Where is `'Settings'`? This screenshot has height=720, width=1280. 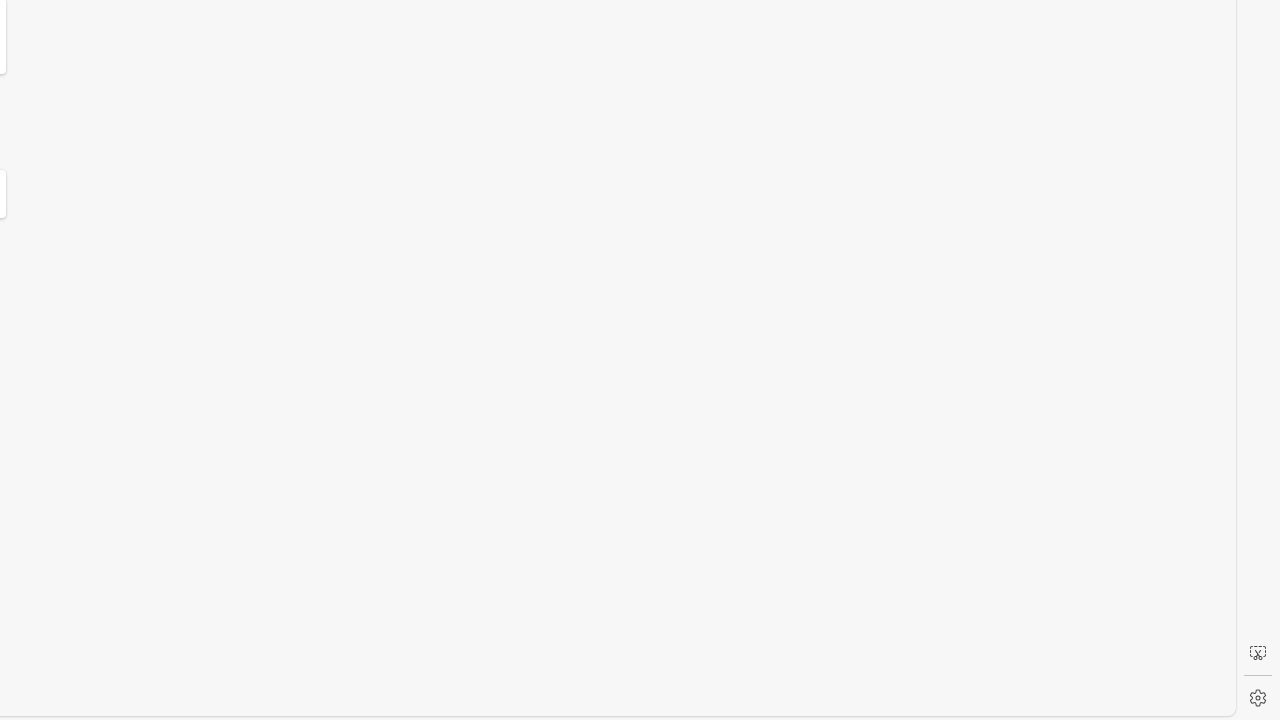 'Settings' is located at coordinates (1256, 696).